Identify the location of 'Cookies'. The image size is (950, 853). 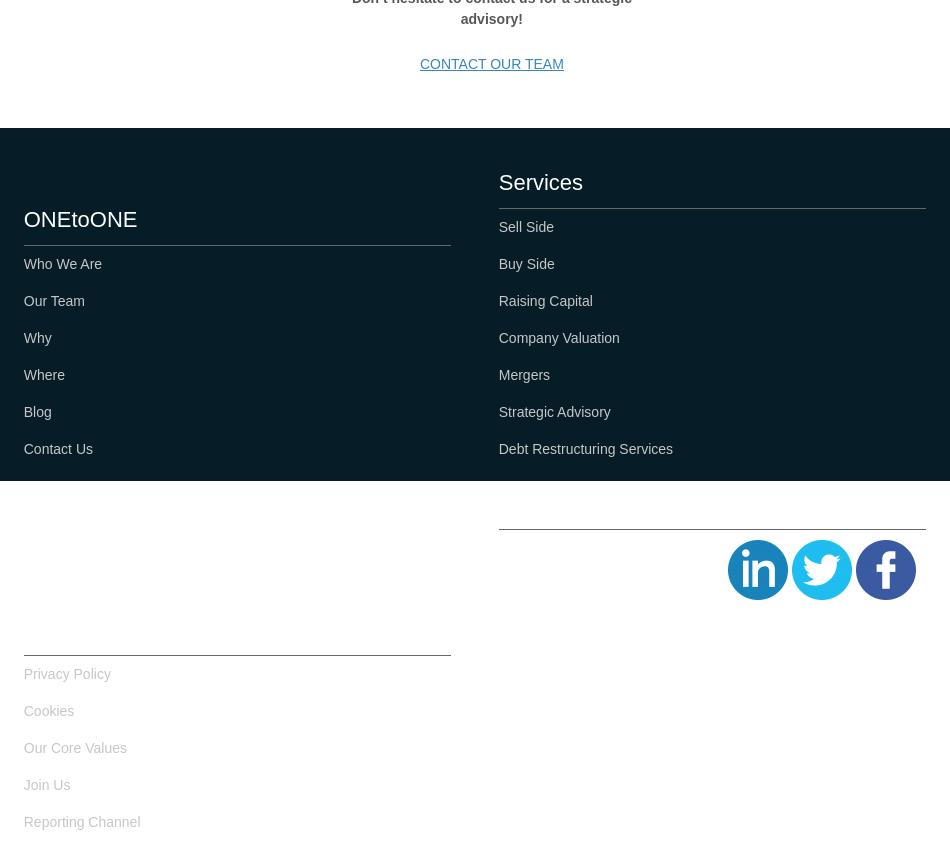
(48, 710).